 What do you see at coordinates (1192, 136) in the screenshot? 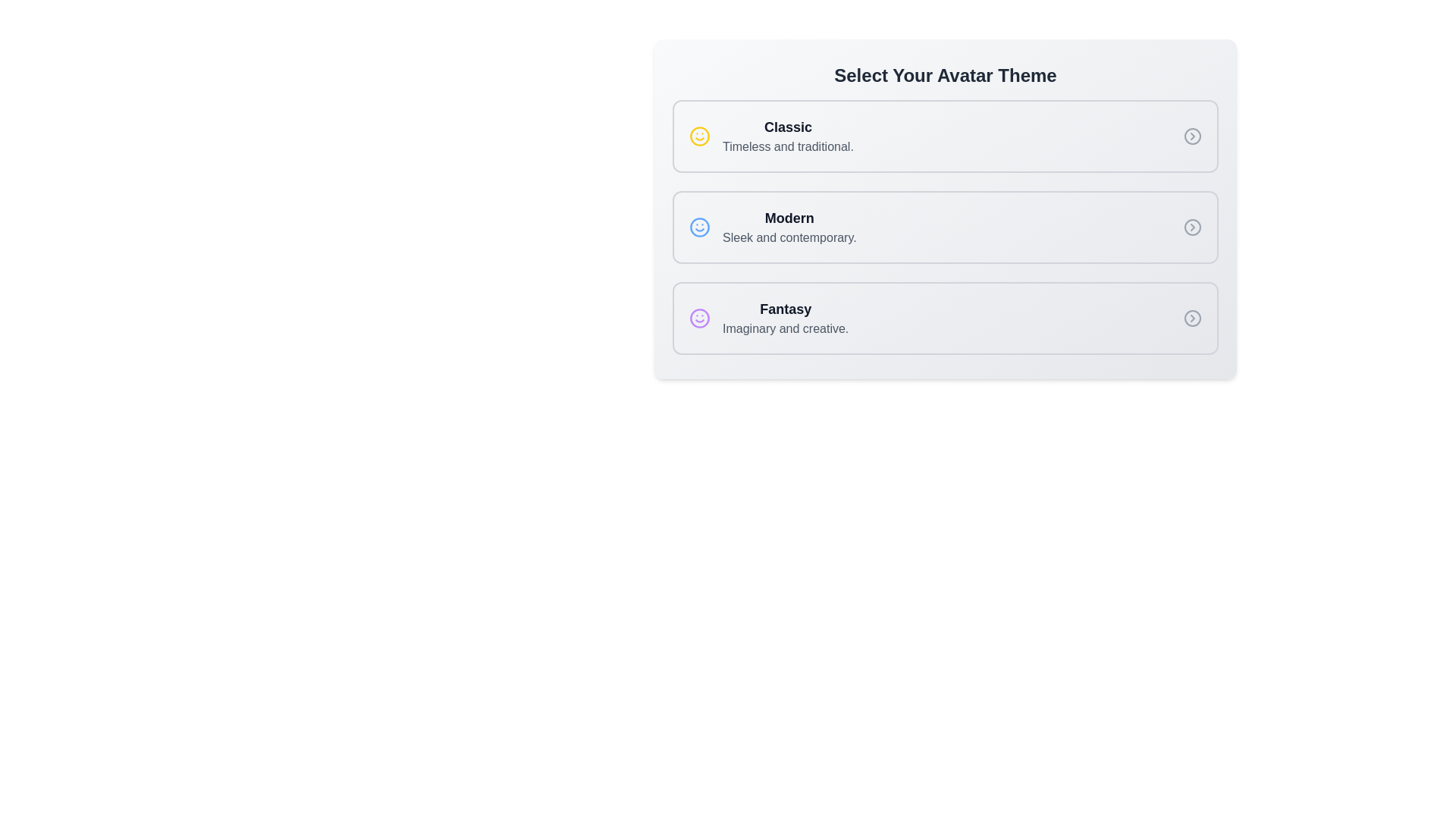
I see `the small circular Chevron icon with a gray outline and white background, located on the far right of the 'Classic' selection box, aligned horizontally with the text 'Classic Timeless and traditional.'` at bounding box center [1192, 136].